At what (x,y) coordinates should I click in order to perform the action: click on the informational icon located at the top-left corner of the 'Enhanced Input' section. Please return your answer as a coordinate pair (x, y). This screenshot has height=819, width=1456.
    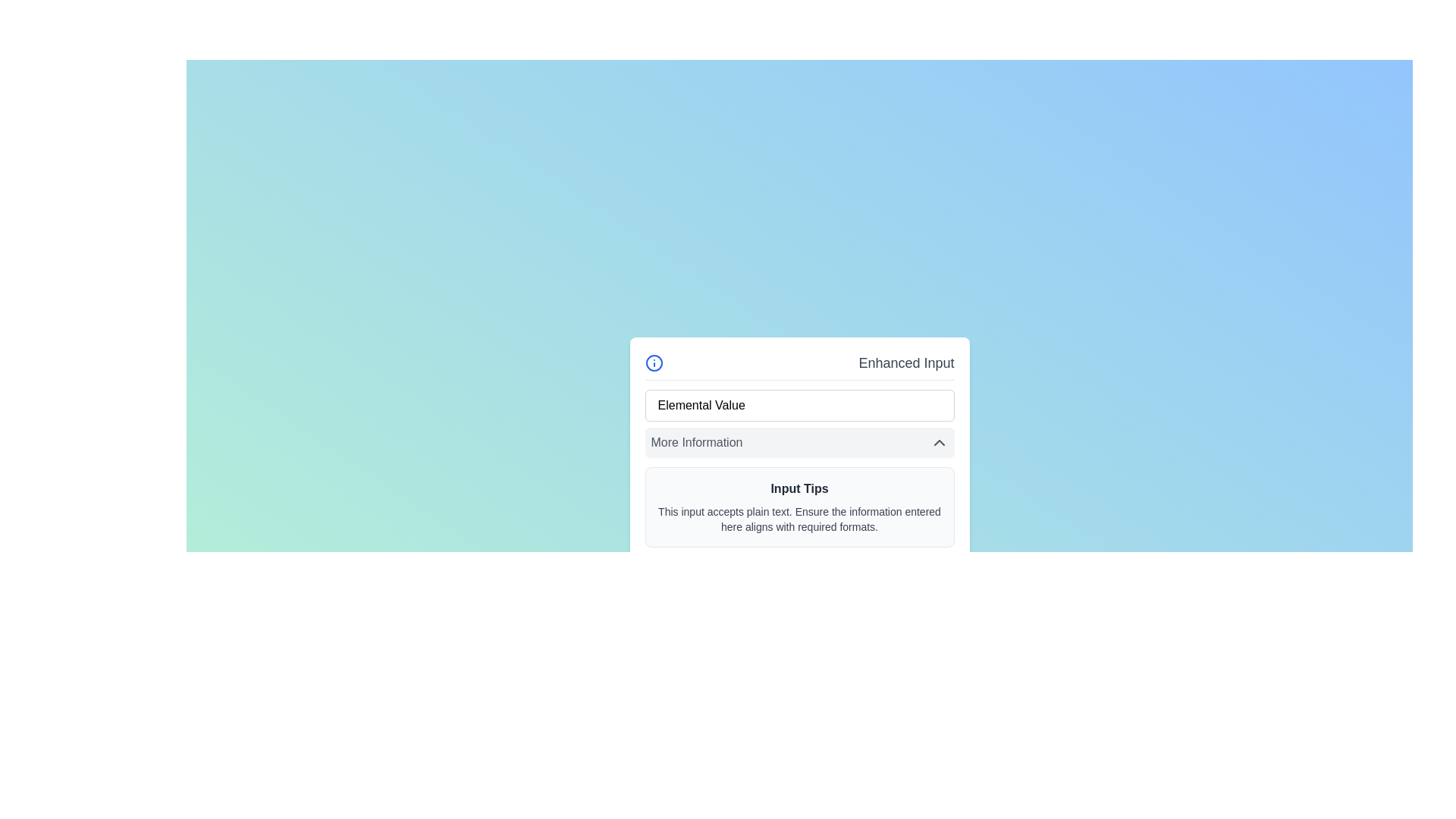
    Looking at the image, I should click on (654, 362).